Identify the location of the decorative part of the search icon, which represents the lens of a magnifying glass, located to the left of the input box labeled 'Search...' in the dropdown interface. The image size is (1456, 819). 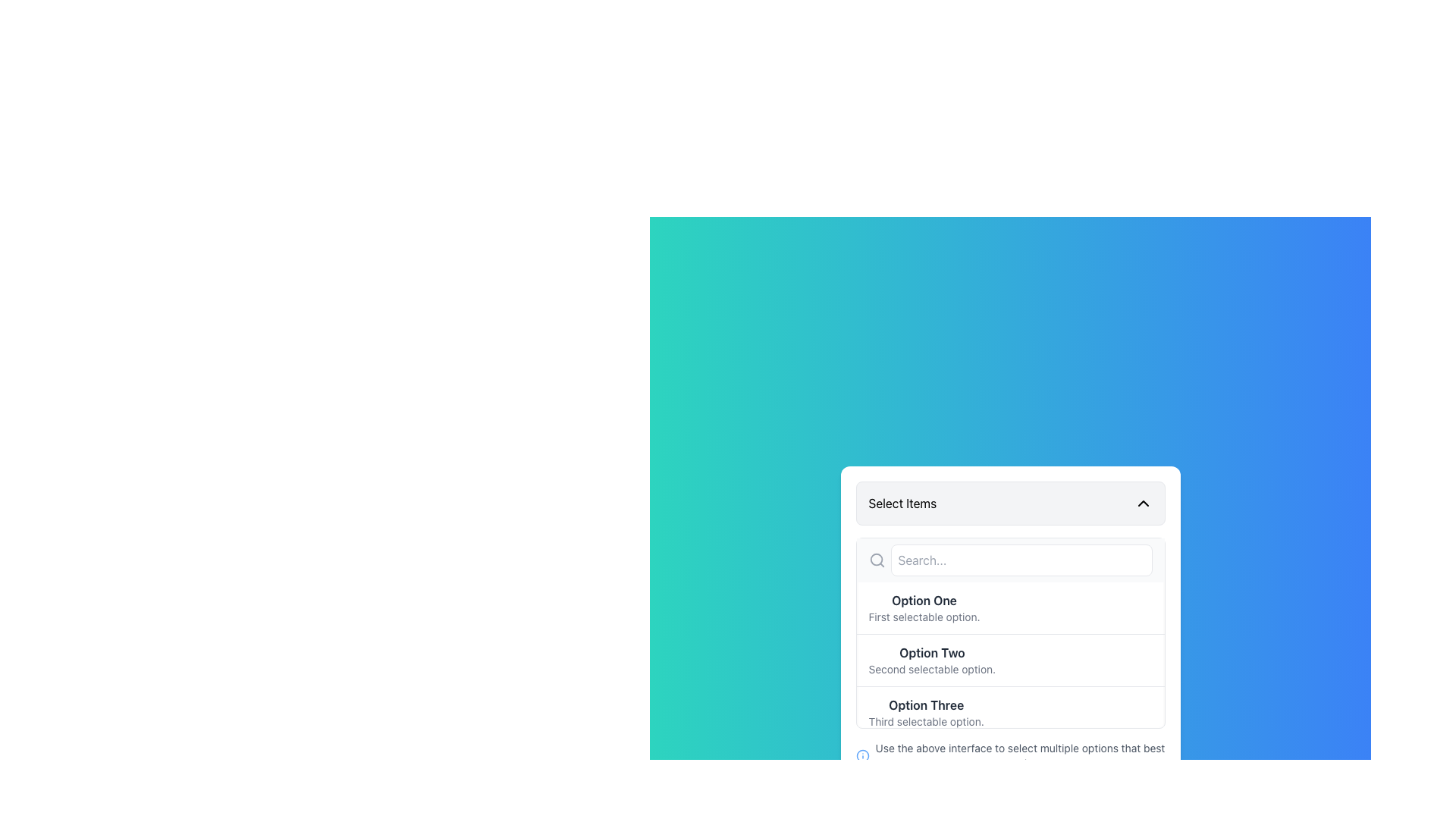
(876, 560).